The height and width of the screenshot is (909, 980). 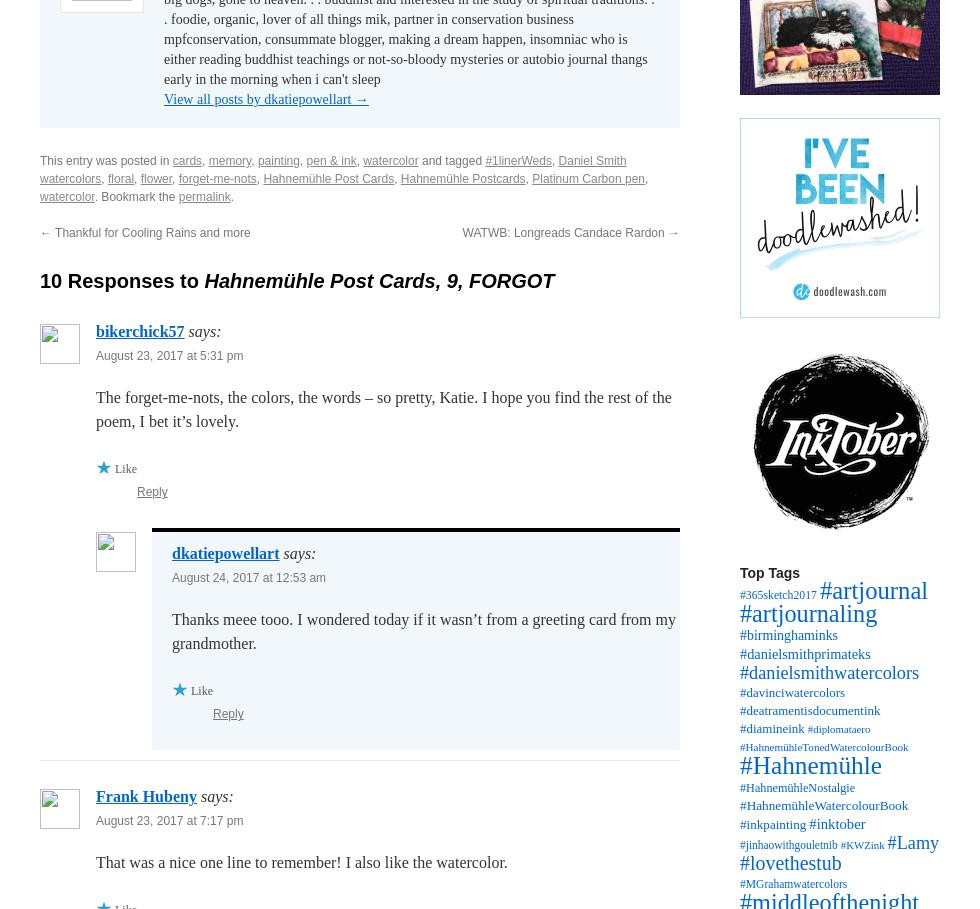 I want to click on 'August 24, 2017 at 12:53 am', so click(x=249, y=577).